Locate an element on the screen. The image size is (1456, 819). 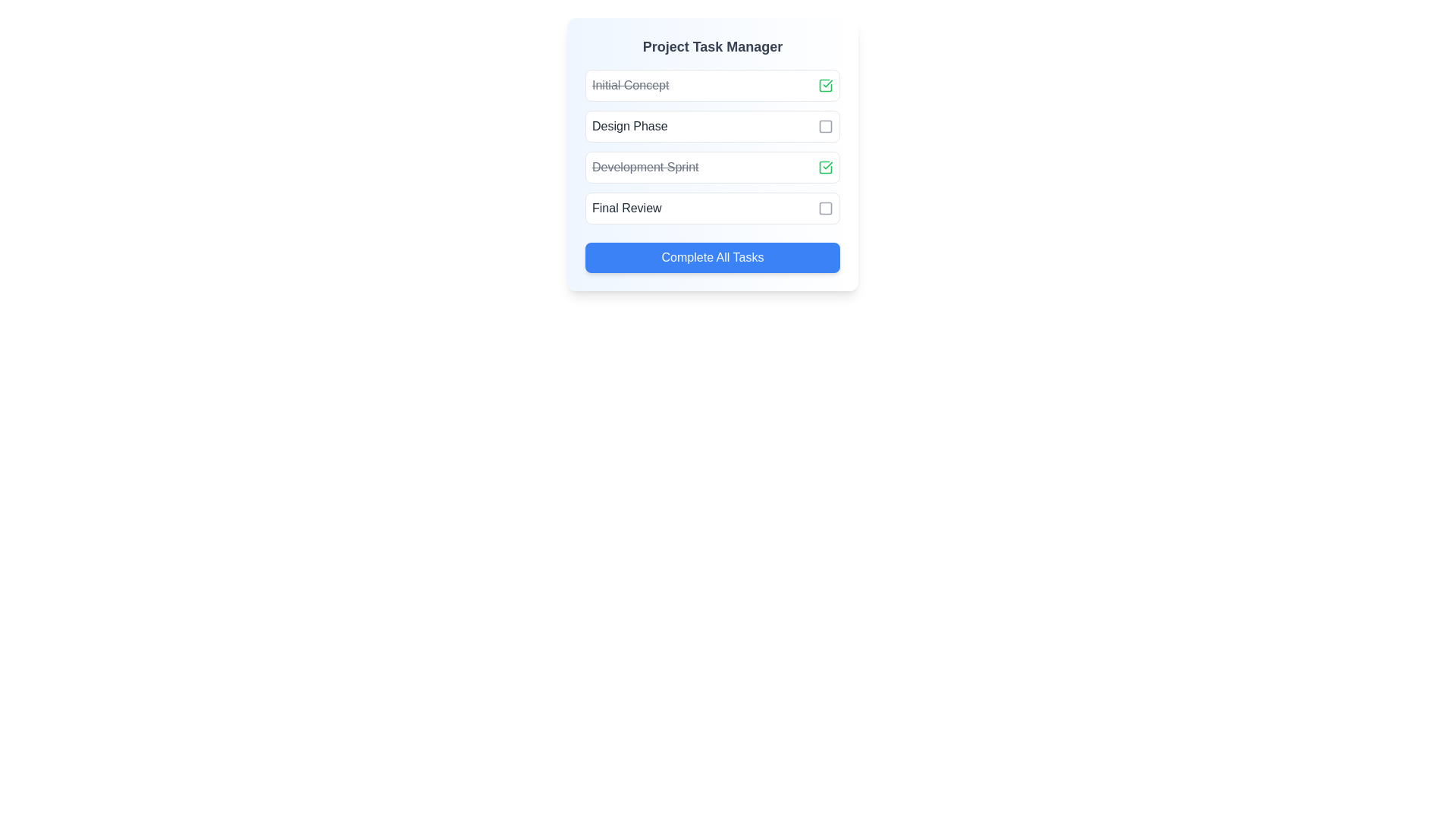
the 'Initial Concept' task item in the Project Task Manager interface is located at coordinates (712, 85).